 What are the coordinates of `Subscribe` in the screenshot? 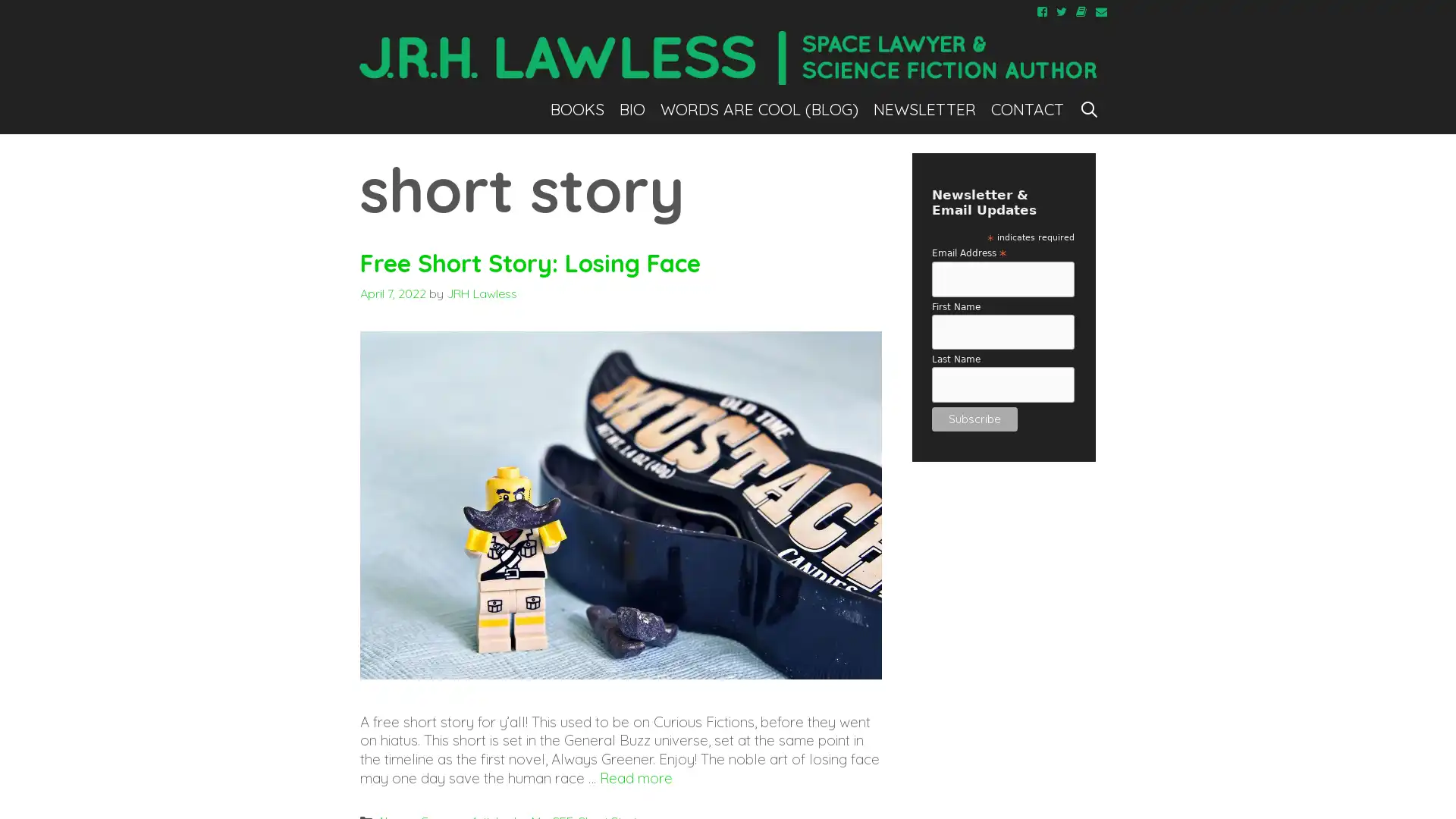 It's located at (974, 418).